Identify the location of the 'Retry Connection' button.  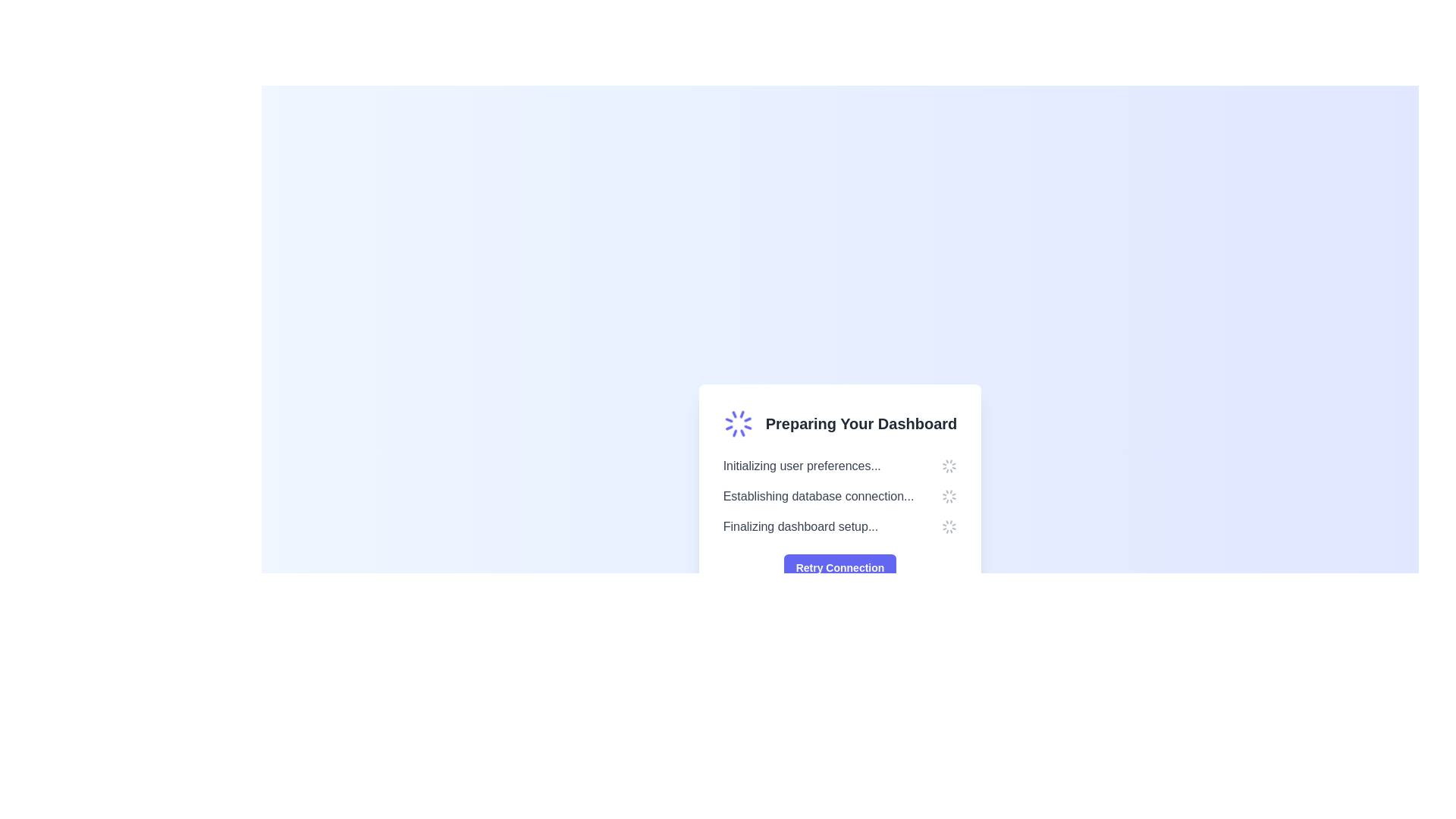
(839, 567).